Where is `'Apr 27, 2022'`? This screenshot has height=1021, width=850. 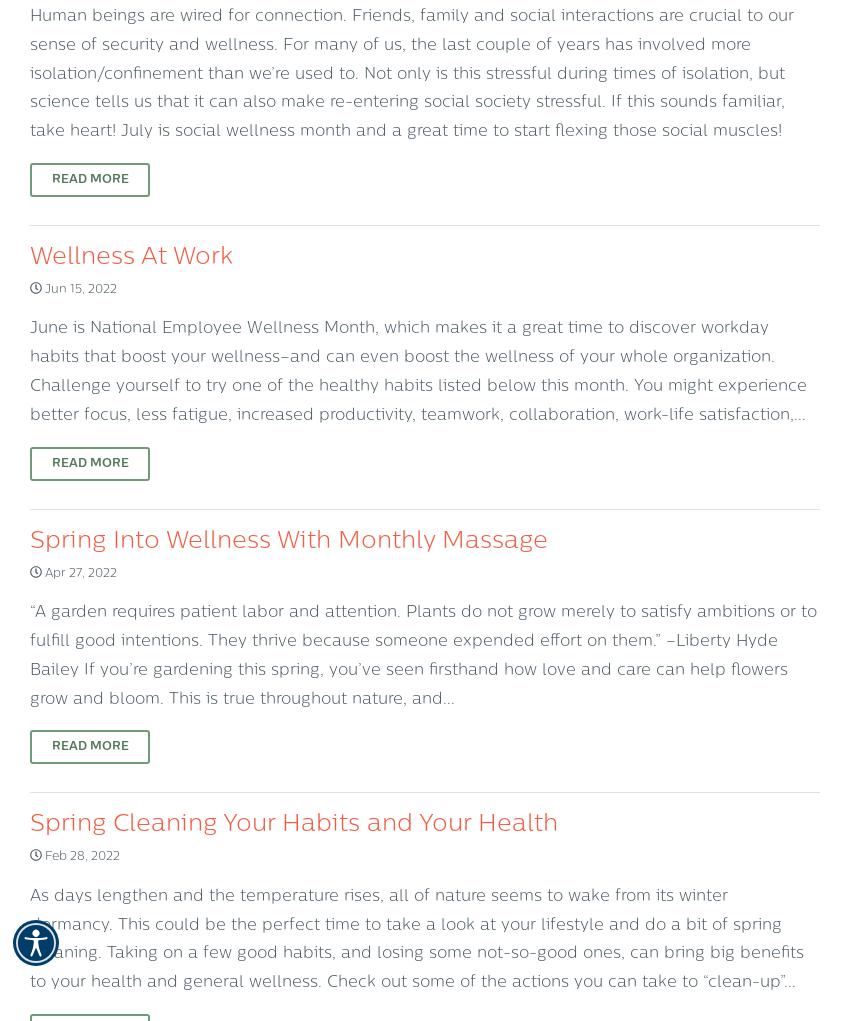
'Apr 27, 2022' is located at coordinates (40, 571).